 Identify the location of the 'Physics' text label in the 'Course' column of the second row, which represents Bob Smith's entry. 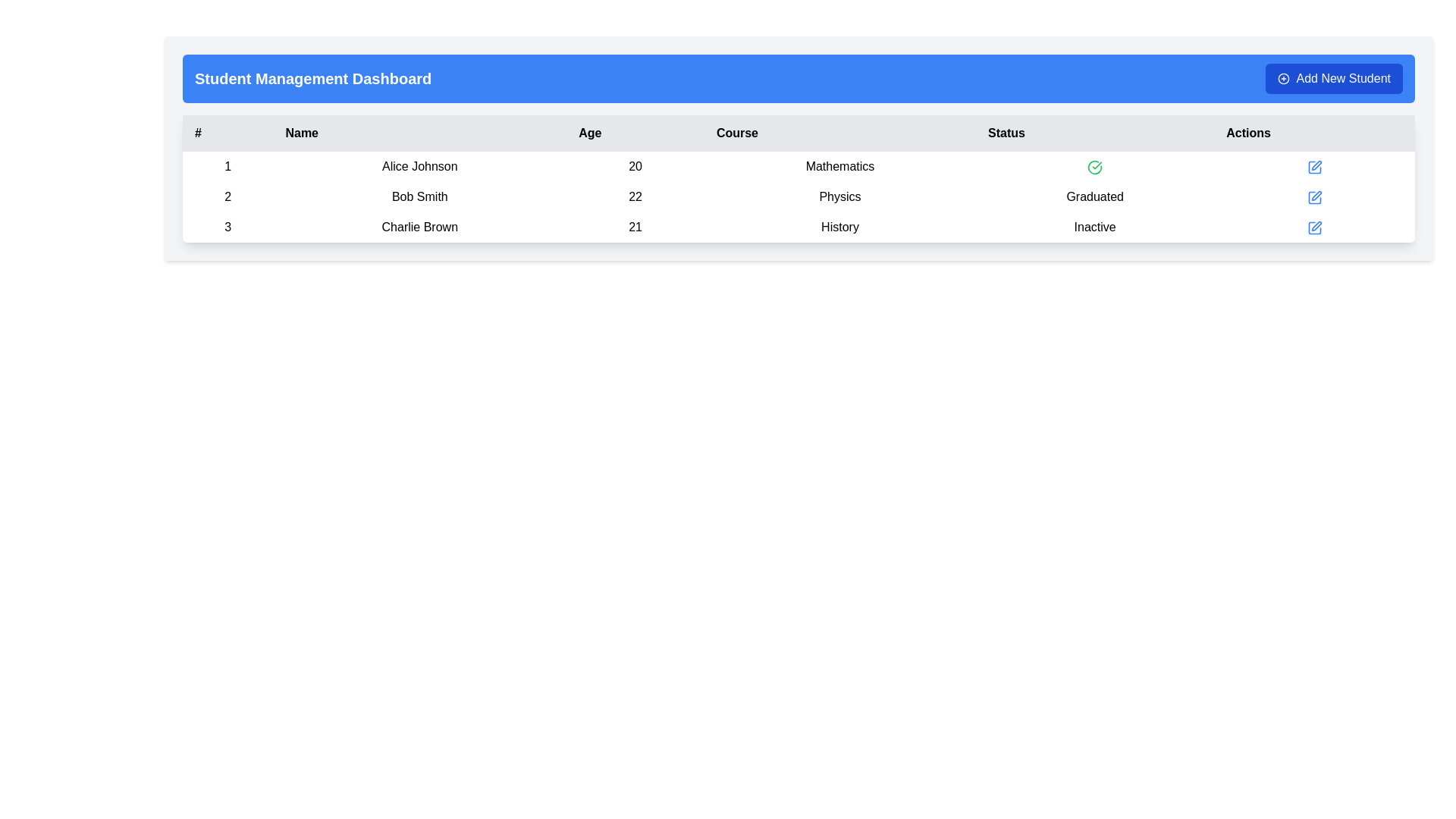
(839, 196).